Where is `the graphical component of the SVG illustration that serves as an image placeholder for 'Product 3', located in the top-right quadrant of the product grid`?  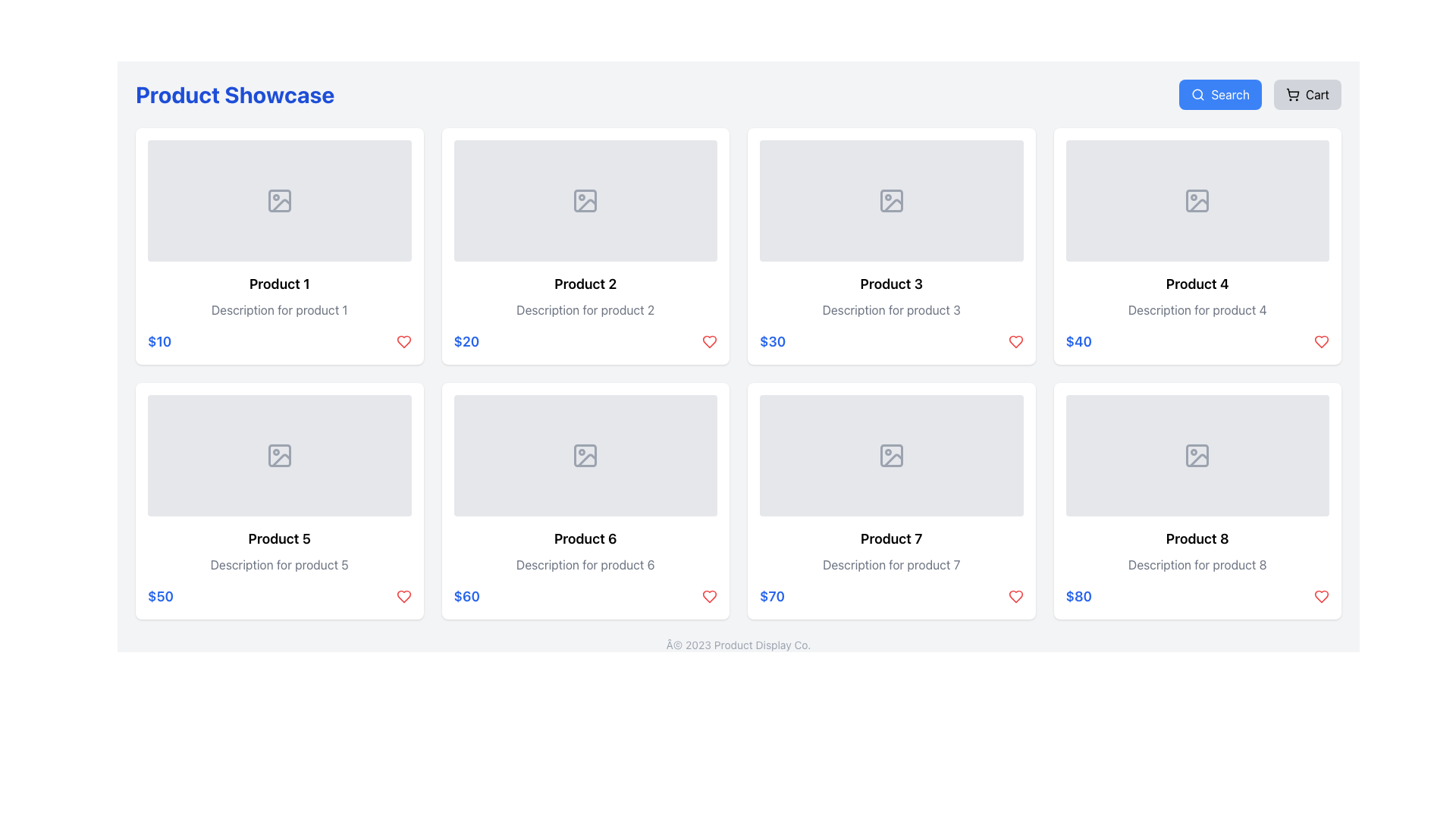
the graphical component of the SVG illustration that serves as an image placeholder for 'Product 3', located in the top-right quadrant of the product grid is located at coordinates (893, 205).